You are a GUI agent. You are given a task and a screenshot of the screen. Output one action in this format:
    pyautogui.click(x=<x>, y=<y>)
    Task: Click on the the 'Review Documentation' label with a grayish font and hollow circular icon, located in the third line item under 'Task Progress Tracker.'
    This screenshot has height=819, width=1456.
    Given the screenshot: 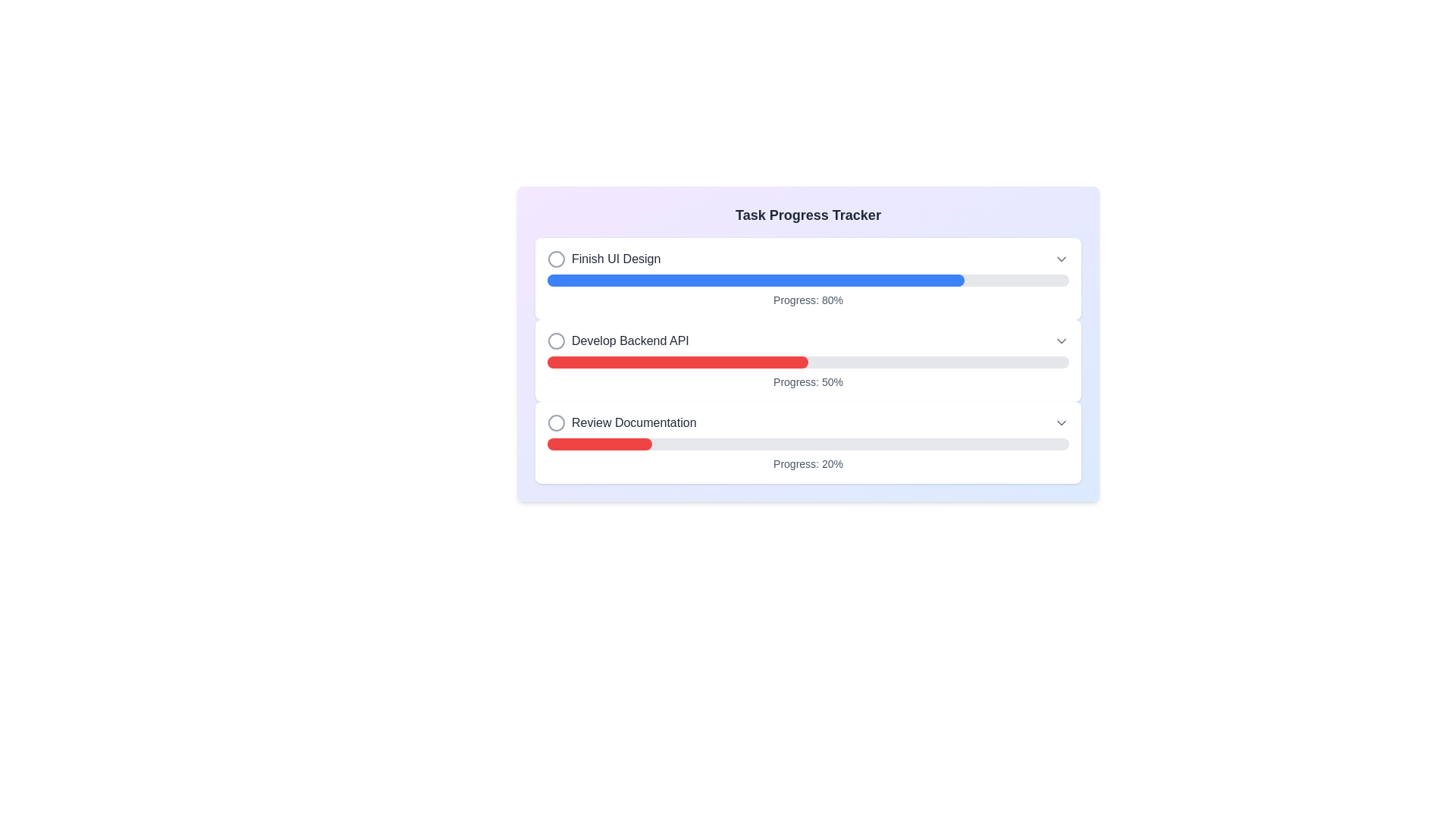 What is the action you would take?
    pyautogui.click(x=622, y=423)
    